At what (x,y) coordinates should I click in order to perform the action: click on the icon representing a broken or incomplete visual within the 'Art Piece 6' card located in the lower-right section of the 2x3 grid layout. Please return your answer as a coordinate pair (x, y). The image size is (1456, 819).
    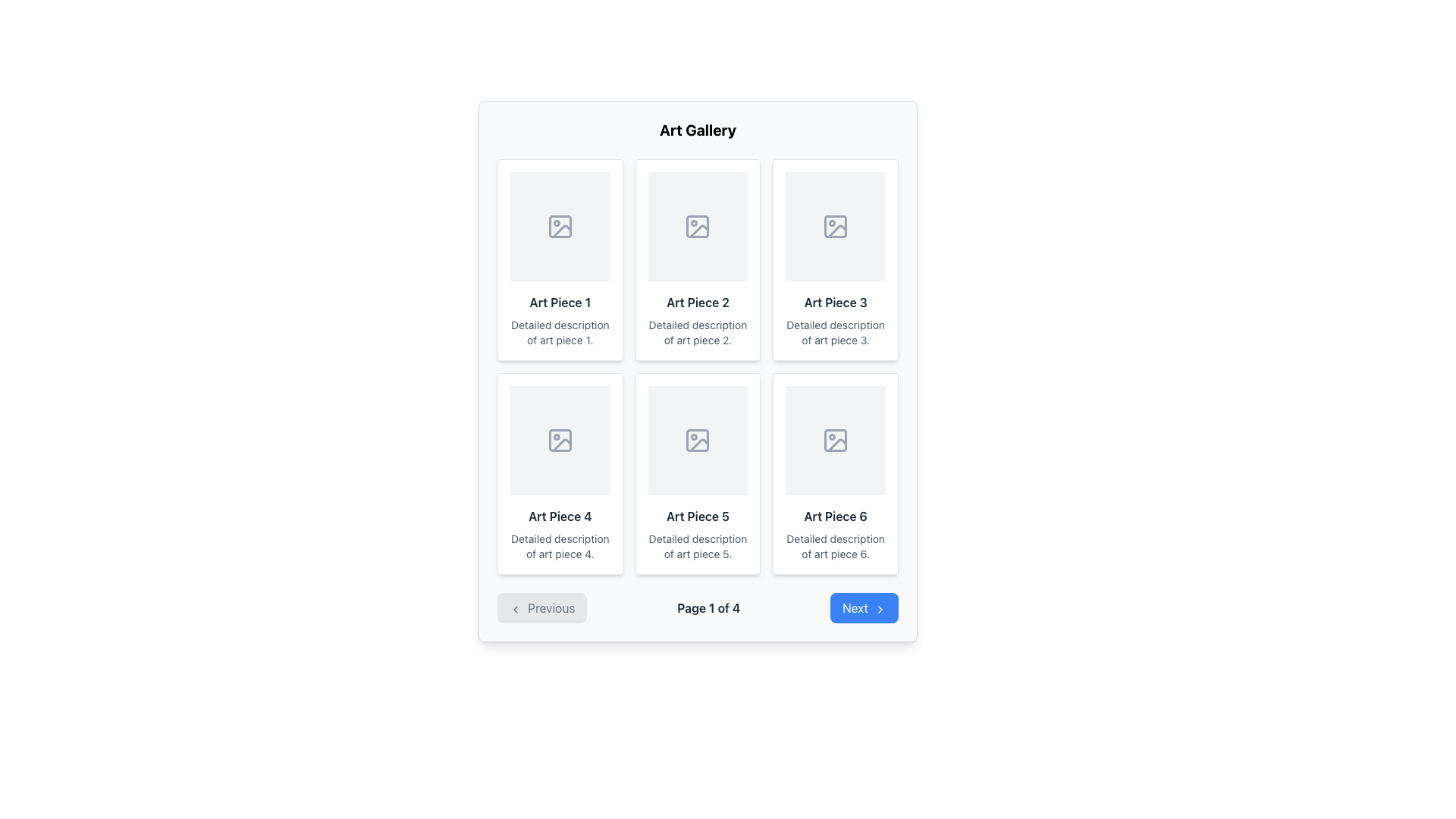
    Looking at the image, I should click on (836, 444).